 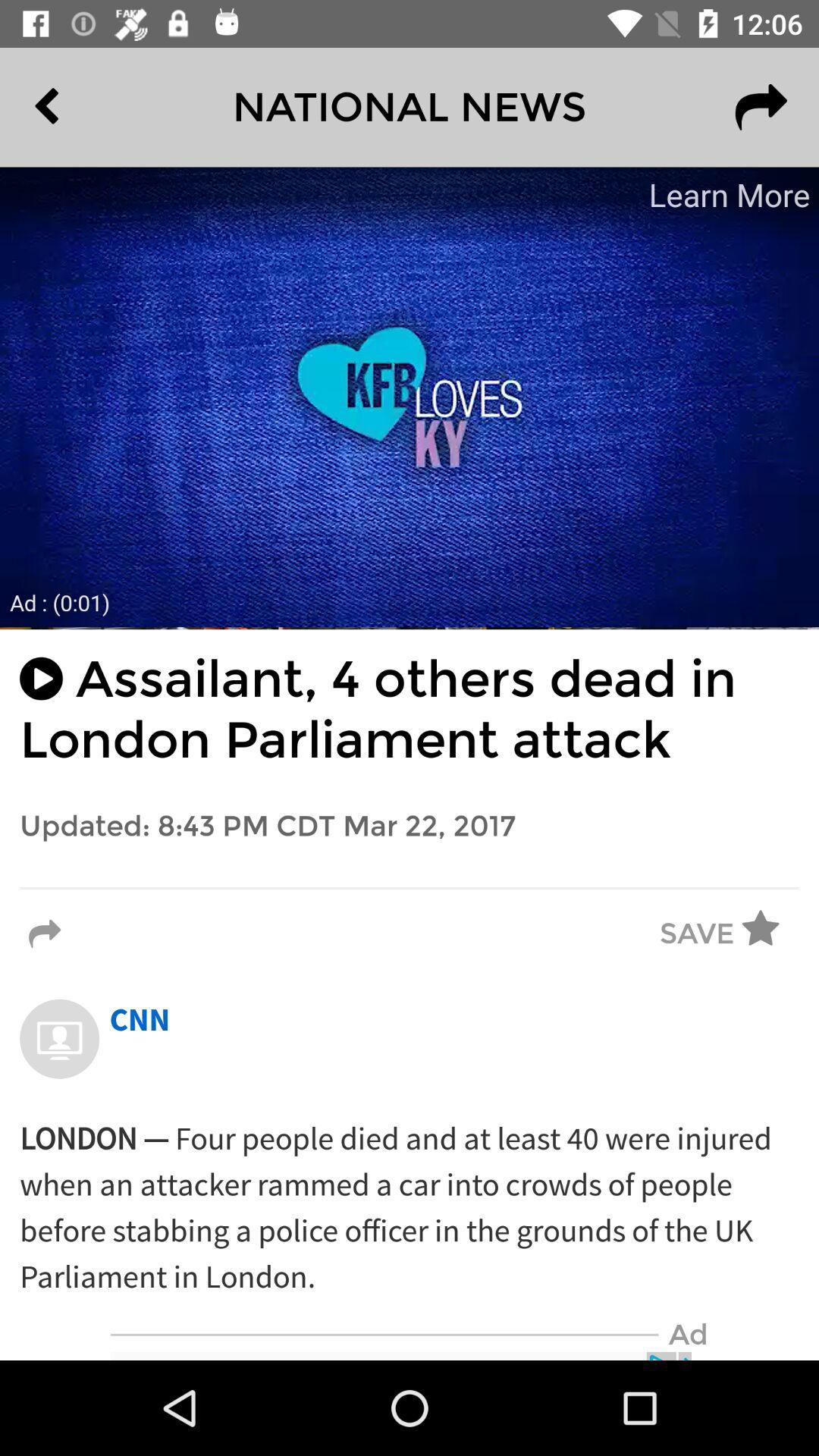 What do you see at coordinates (761, 106) in the screenshot?
I see `the redo icon` at bounding box center [761, 106].